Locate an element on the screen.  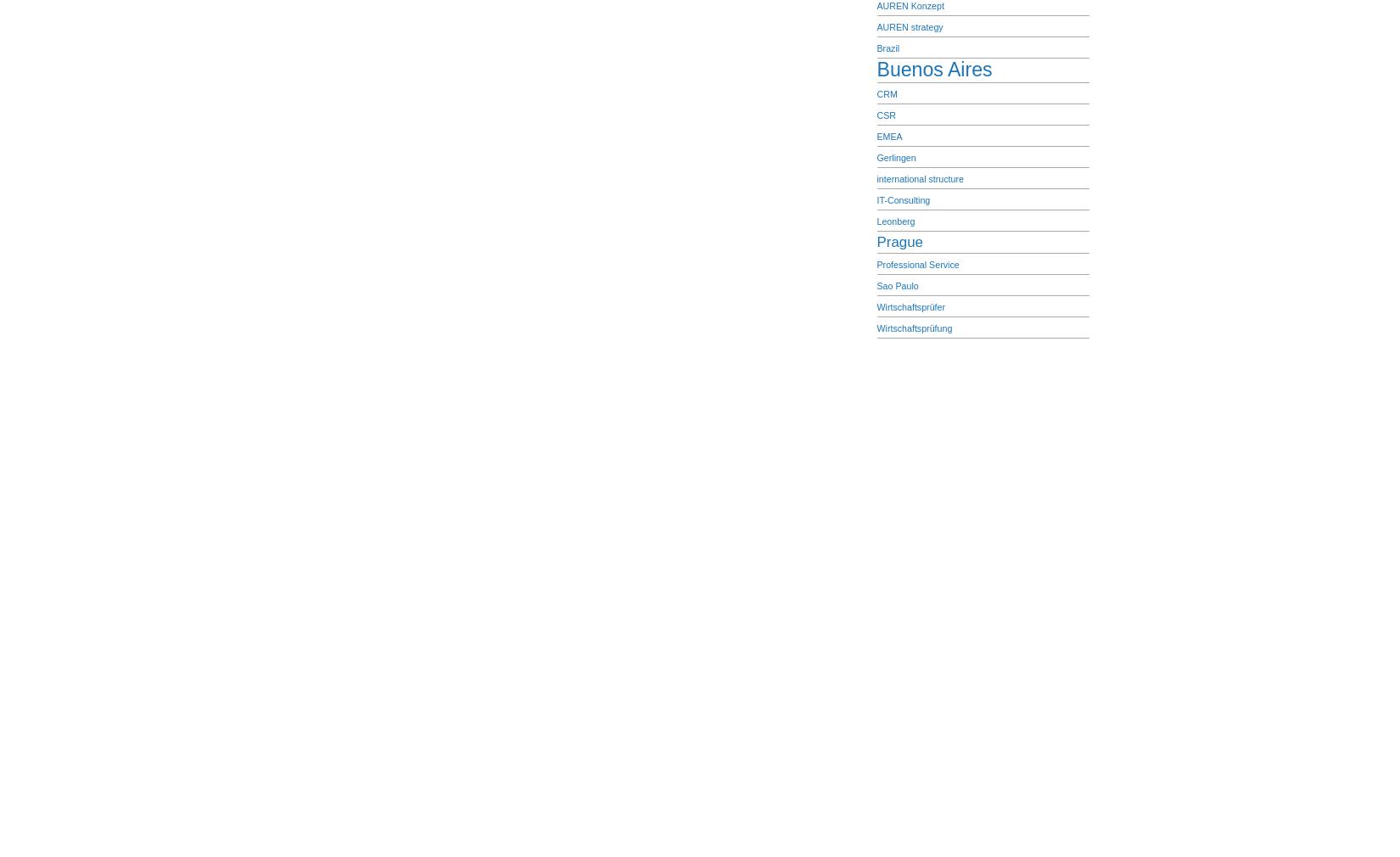
'| 
    	28 queries. 0,572 seconds.' is located at coordinates (720, 406).